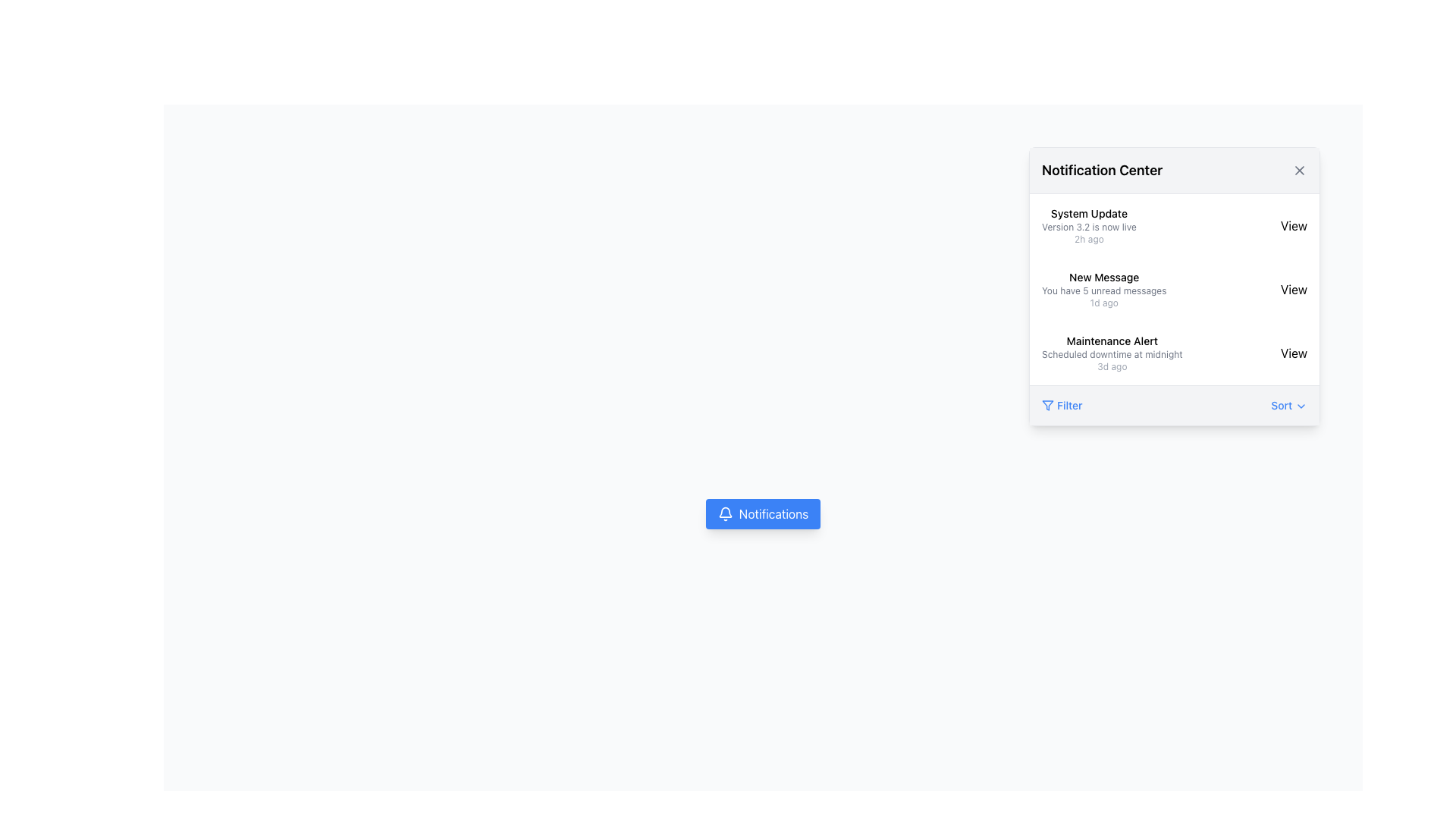 The height and width of the screenshot is (819, 1456). I want to click on the timestamp label indicating the time elapsed since the notification was issued, located at the bottom of the 'New Message' notification item, so click(1104, 303).